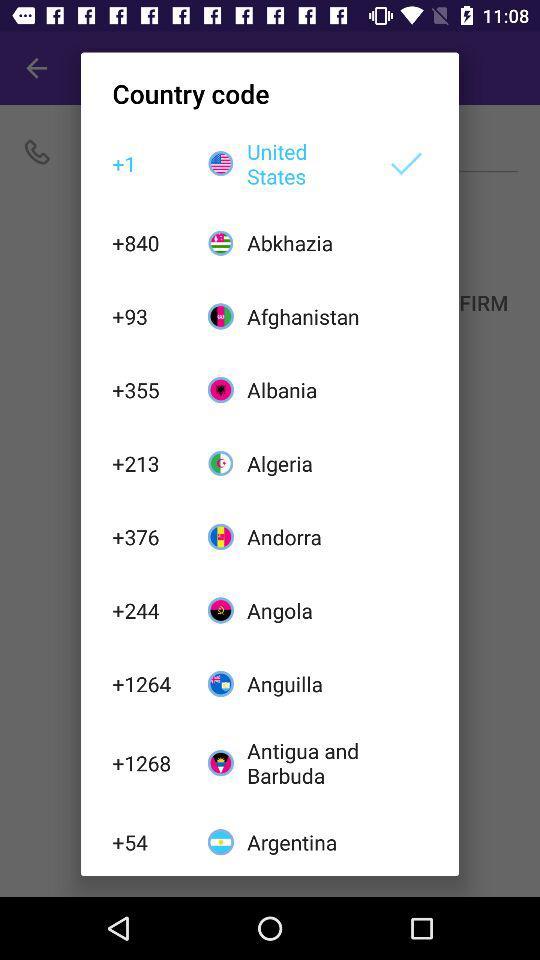 Image resolution: width=540 pixels, height=960 pixels. I want to click on icon below the +1268 icon, so click(148, 841).